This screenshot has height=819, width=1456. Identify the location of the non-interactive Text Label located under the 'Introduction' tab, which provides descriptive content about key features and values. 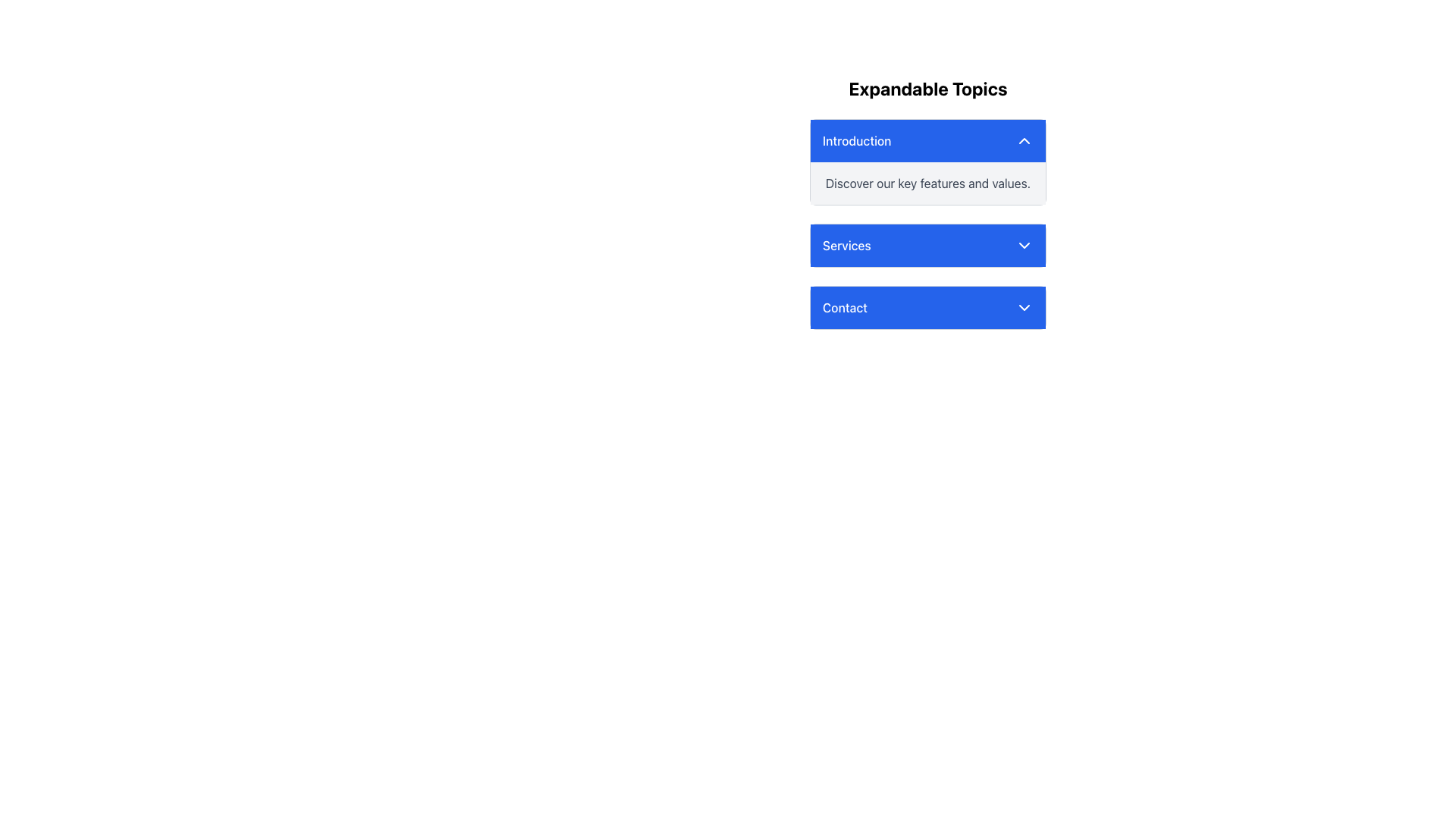
(927, 183).